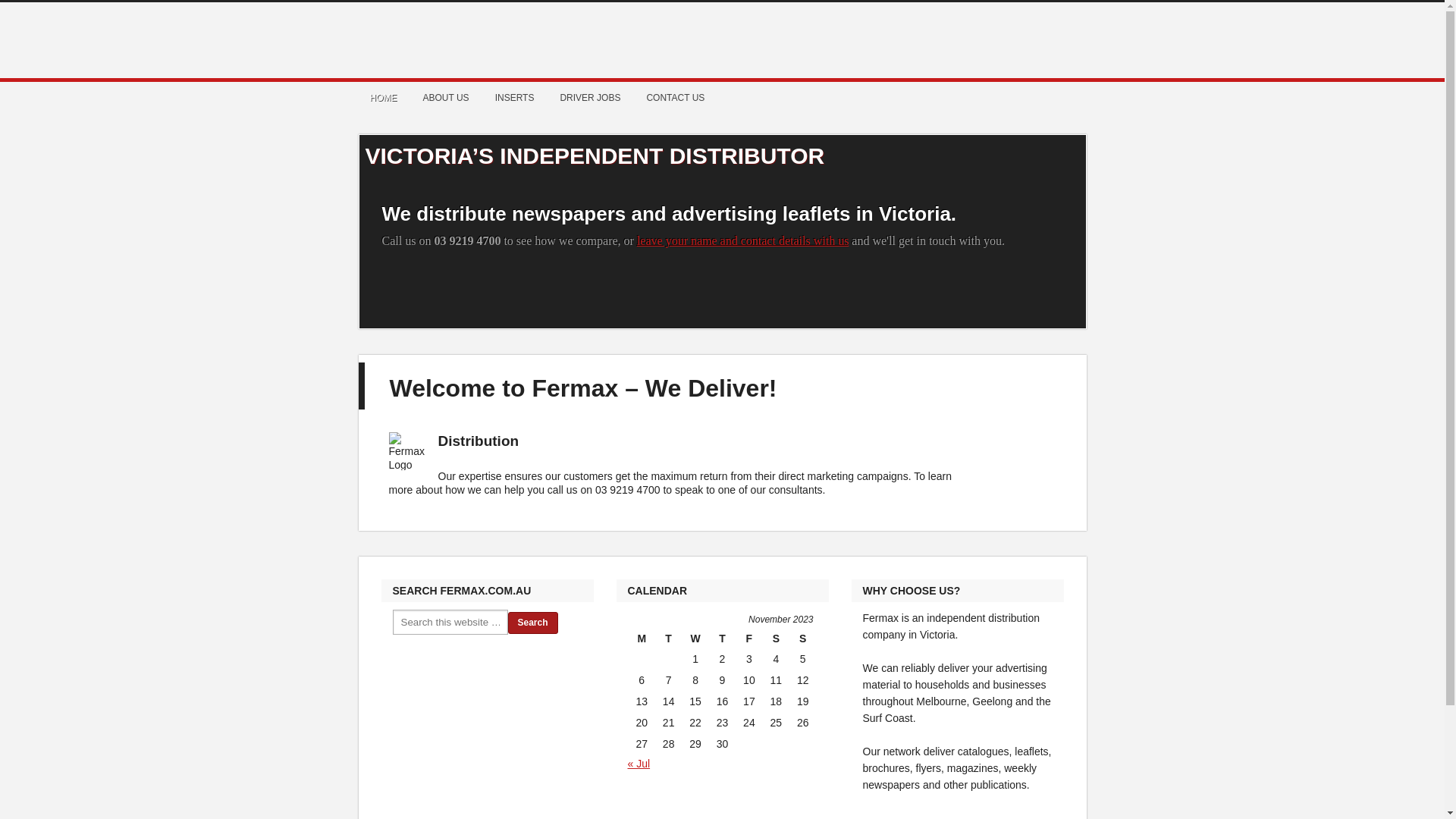  I want to click on 'Search', so click(532, 623).